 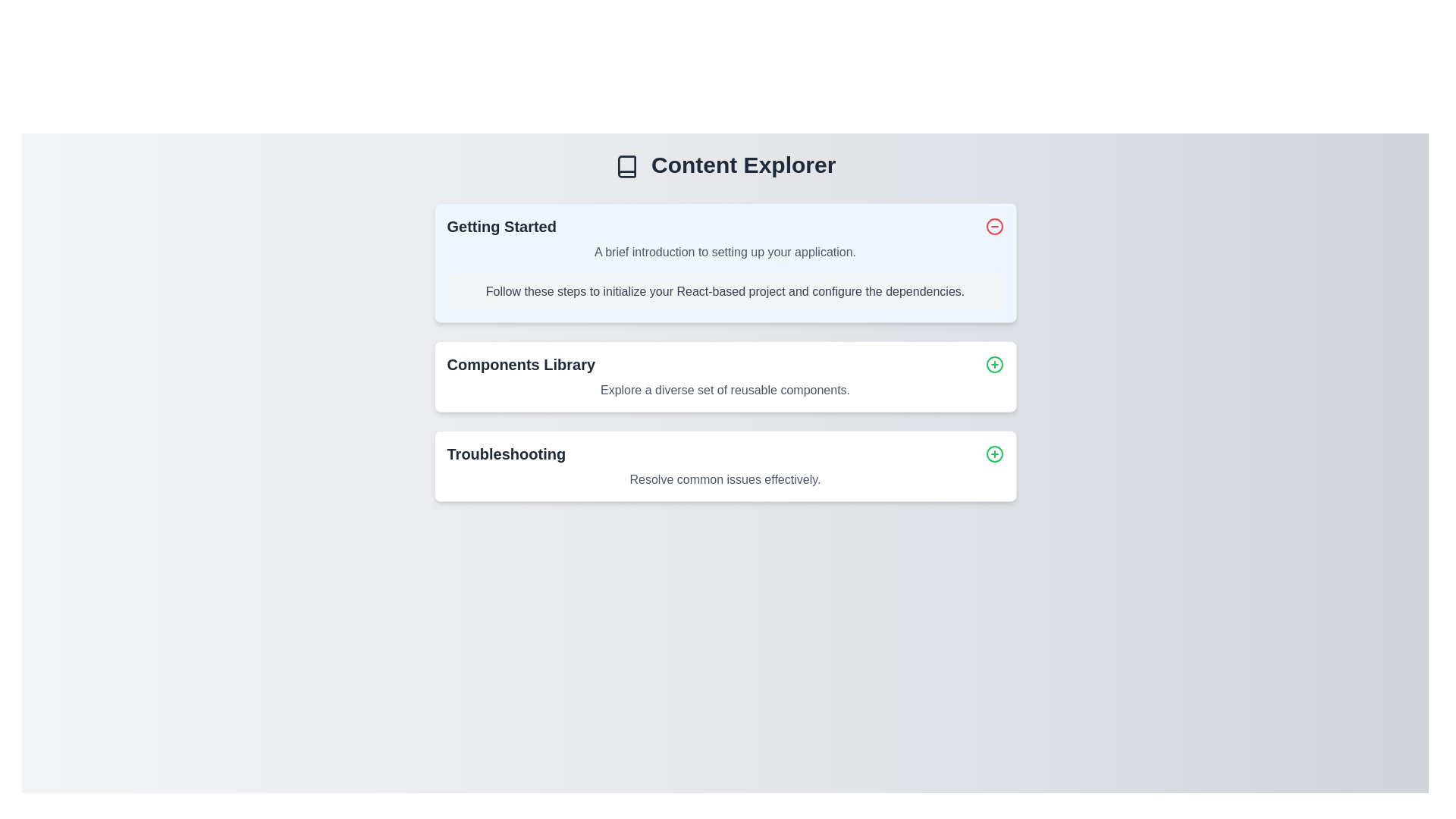 What do you see at coordinates (724, 466) in the screenshot?
I see `the third card component in the vertically stacked sequence` at bounding box center [724, 466].